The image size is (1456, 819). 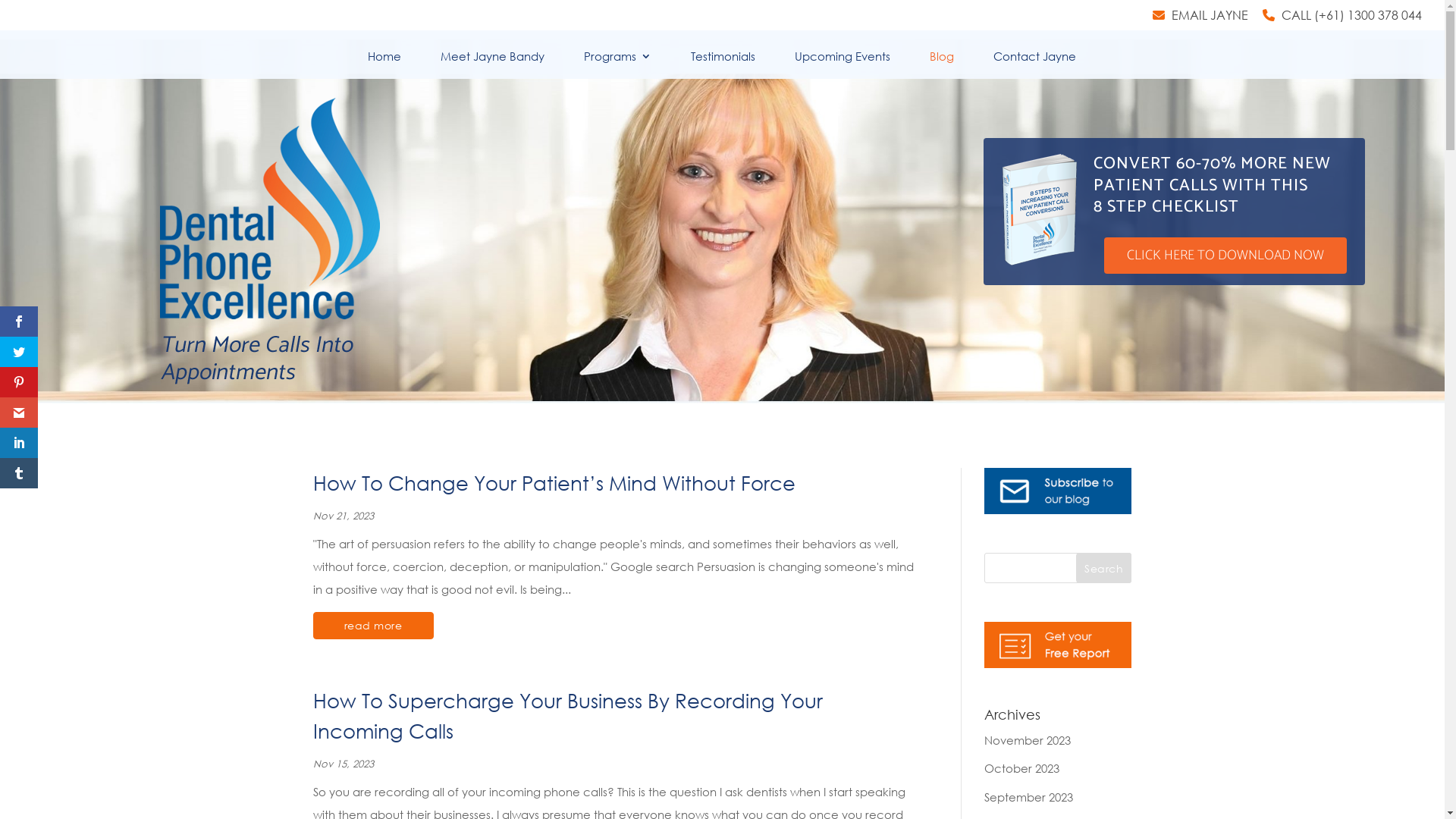 What do you see at coordinates (439, 64) in the screenshot?
I see `'Meet Jayne Bandy'` at bounding box center [439, 64].